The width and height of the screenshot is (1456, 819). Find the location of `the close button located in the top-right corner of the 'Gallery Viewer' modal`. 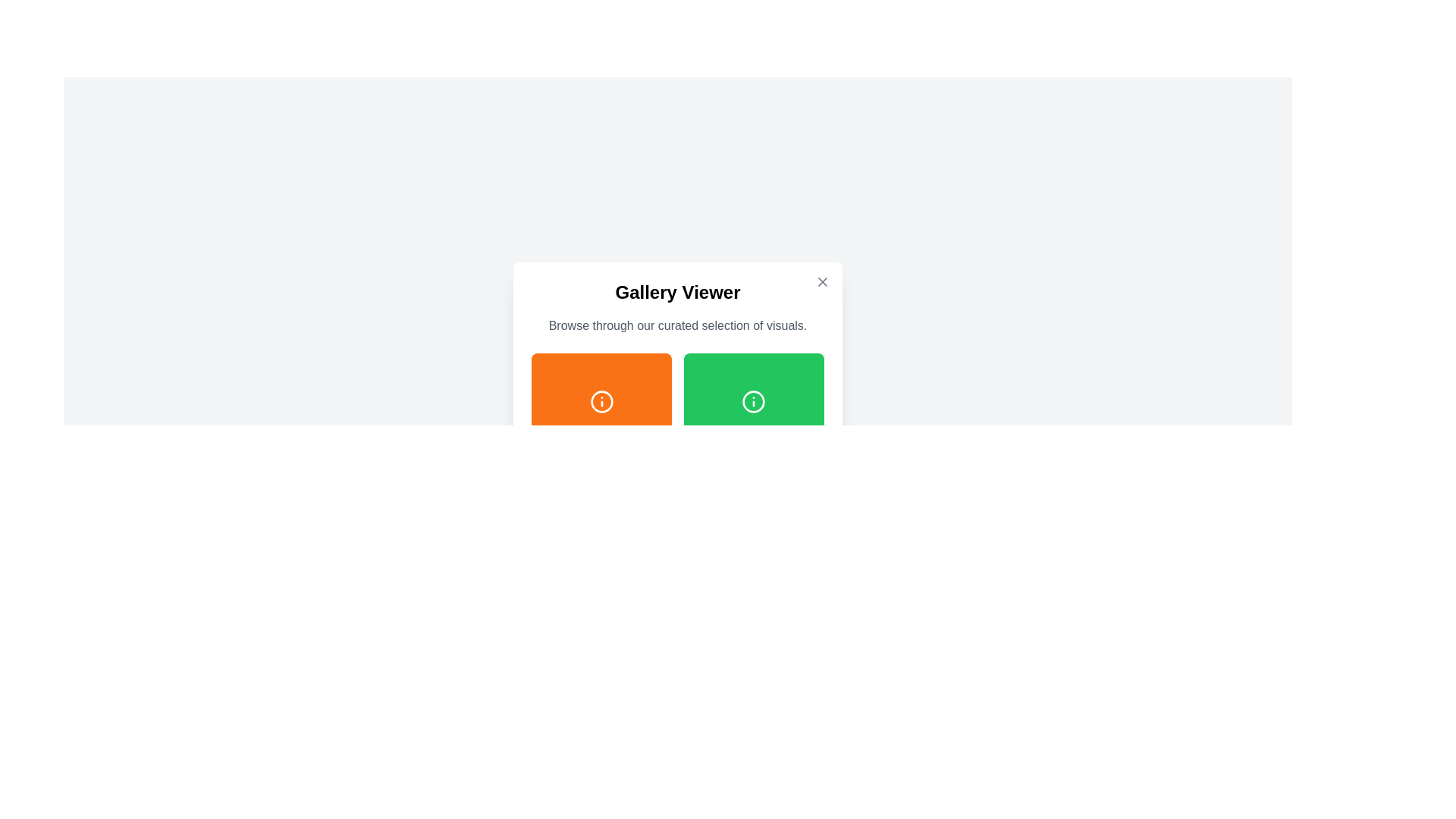

the close button located in the top-right corner of the 'Gallery Viewer' modal is located at coordinates (821, 281).